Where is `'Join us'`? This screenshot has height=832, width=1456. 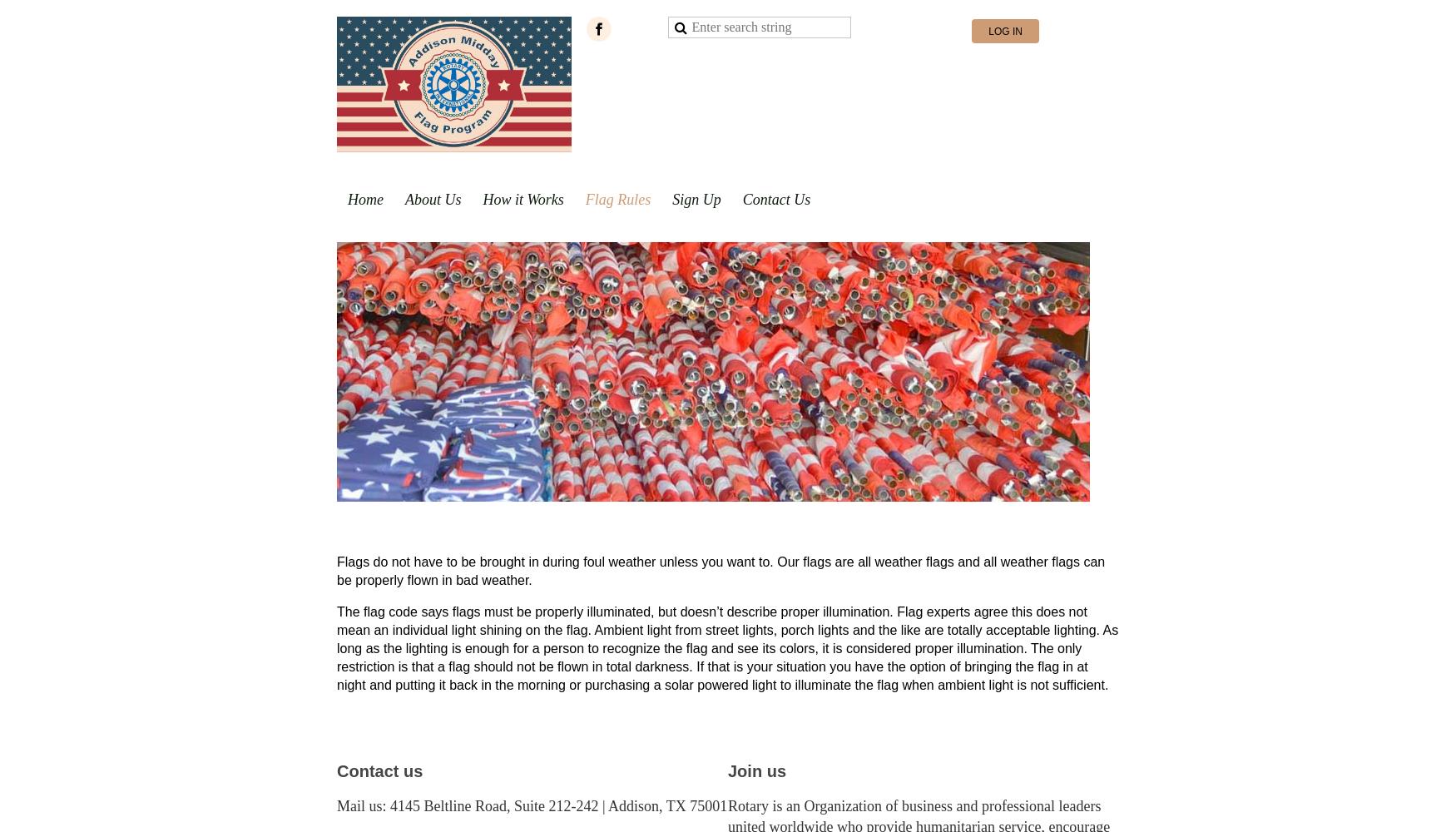
'Join us' is located at coordinates (756, 771).